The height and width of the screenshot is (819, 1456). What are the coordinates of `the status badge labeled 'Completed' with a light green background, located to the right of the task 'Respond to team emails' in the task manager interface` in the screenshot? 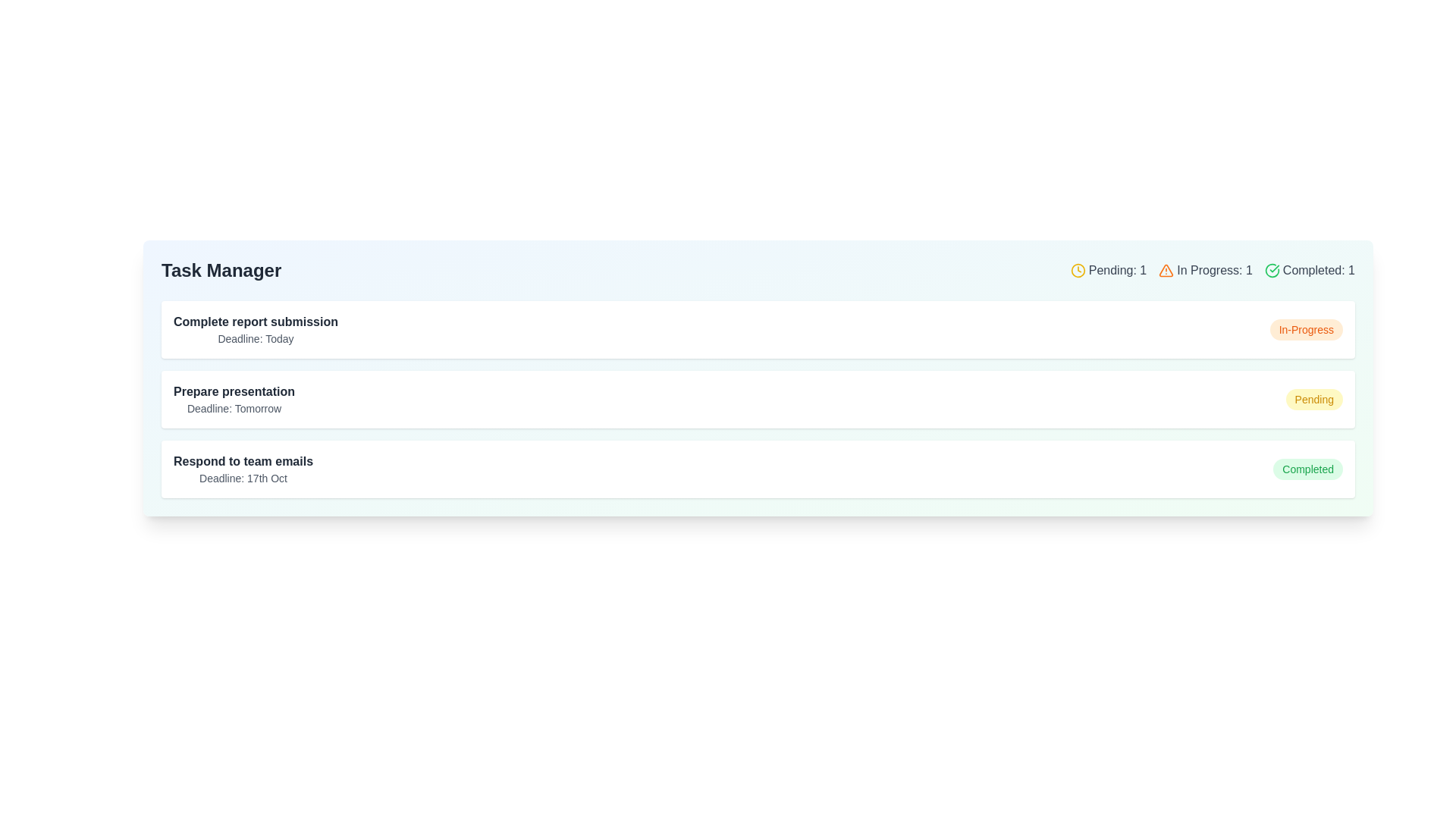 It's located at (1307, 468).